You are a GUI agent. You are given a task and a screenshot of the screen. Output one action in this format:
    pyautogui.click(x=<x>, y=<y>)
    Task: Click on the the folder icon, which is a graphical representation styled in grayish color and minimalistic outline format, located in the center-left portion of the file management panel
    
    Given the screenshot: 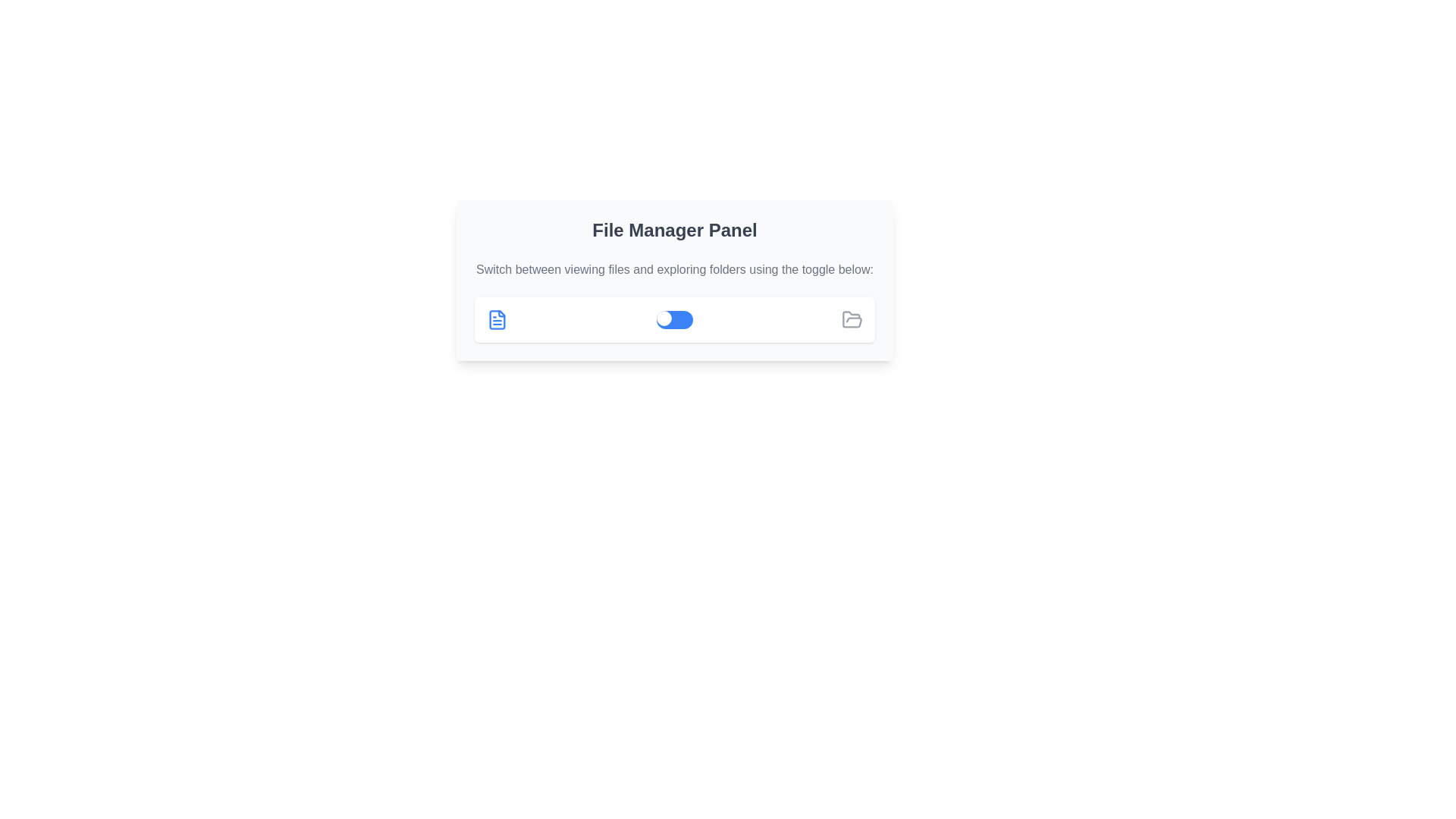 What is the action you would take?
    pyautogui.click(x=852, y=318)
    